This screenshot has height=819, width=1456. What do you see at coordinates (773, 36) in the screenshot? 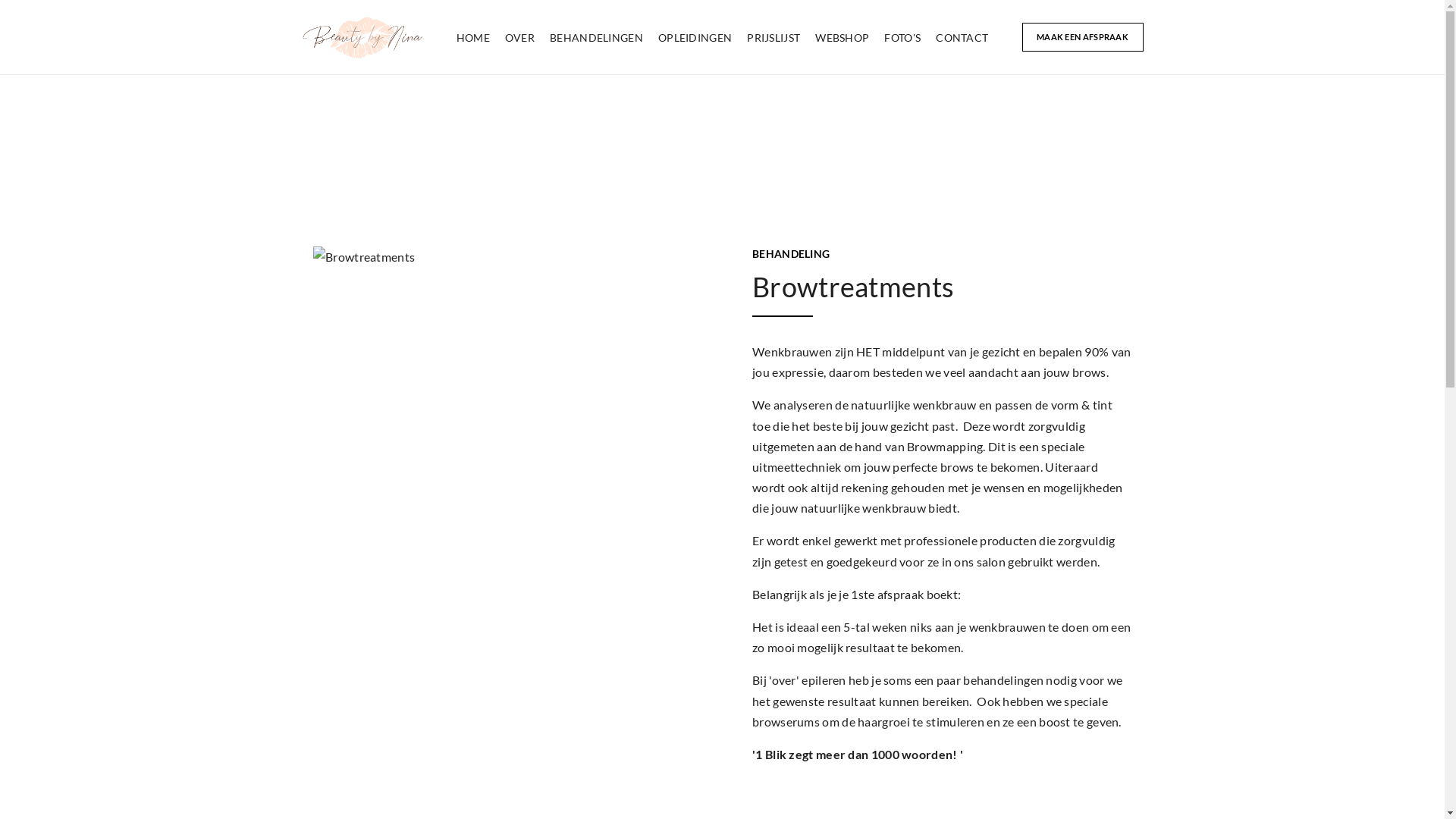
I see `'PRIJSLIJST'` at bounding box center [773, 36].